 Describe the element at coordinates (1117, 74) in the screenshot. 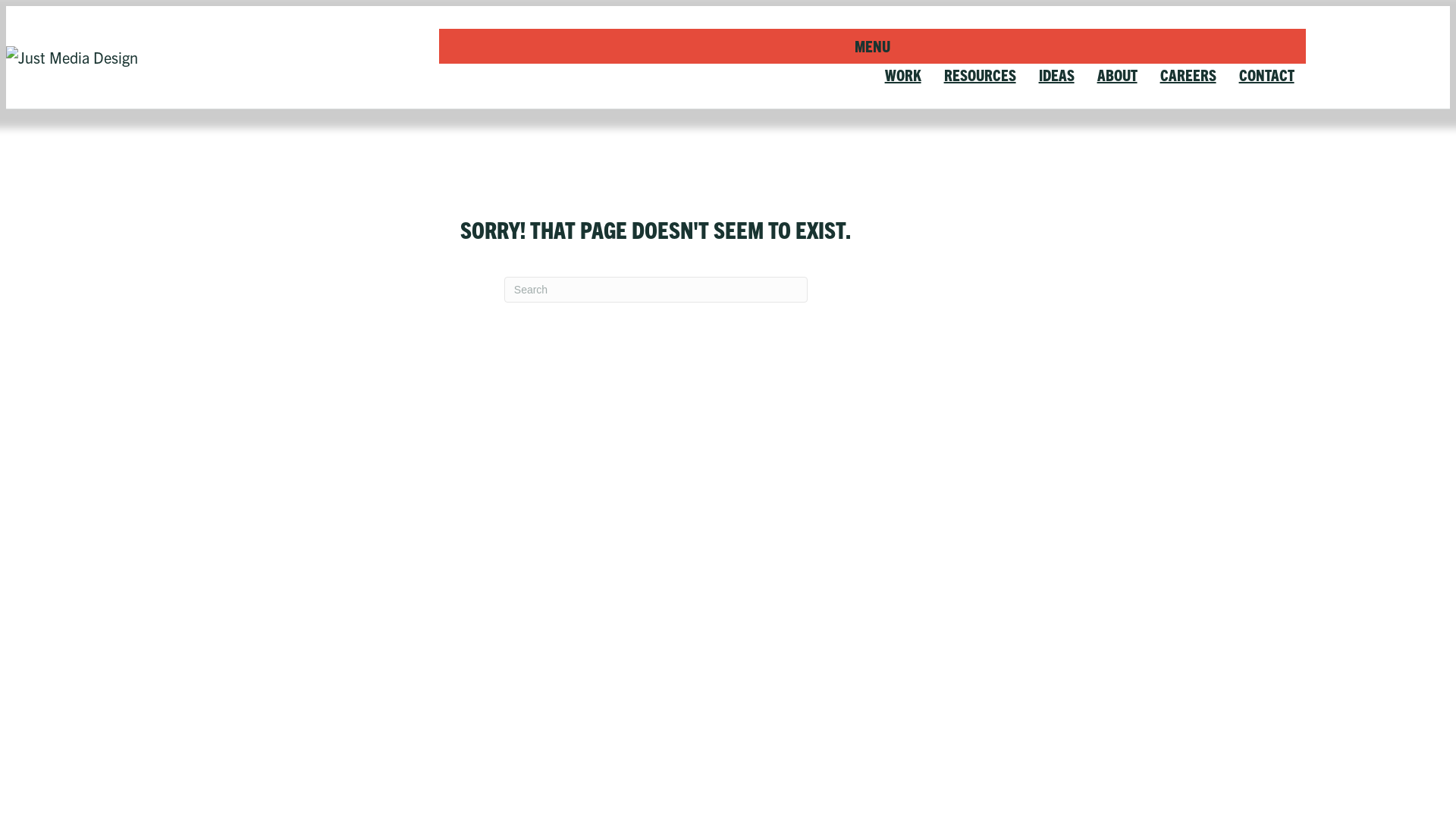

I see `'ABOUT'` at that location.